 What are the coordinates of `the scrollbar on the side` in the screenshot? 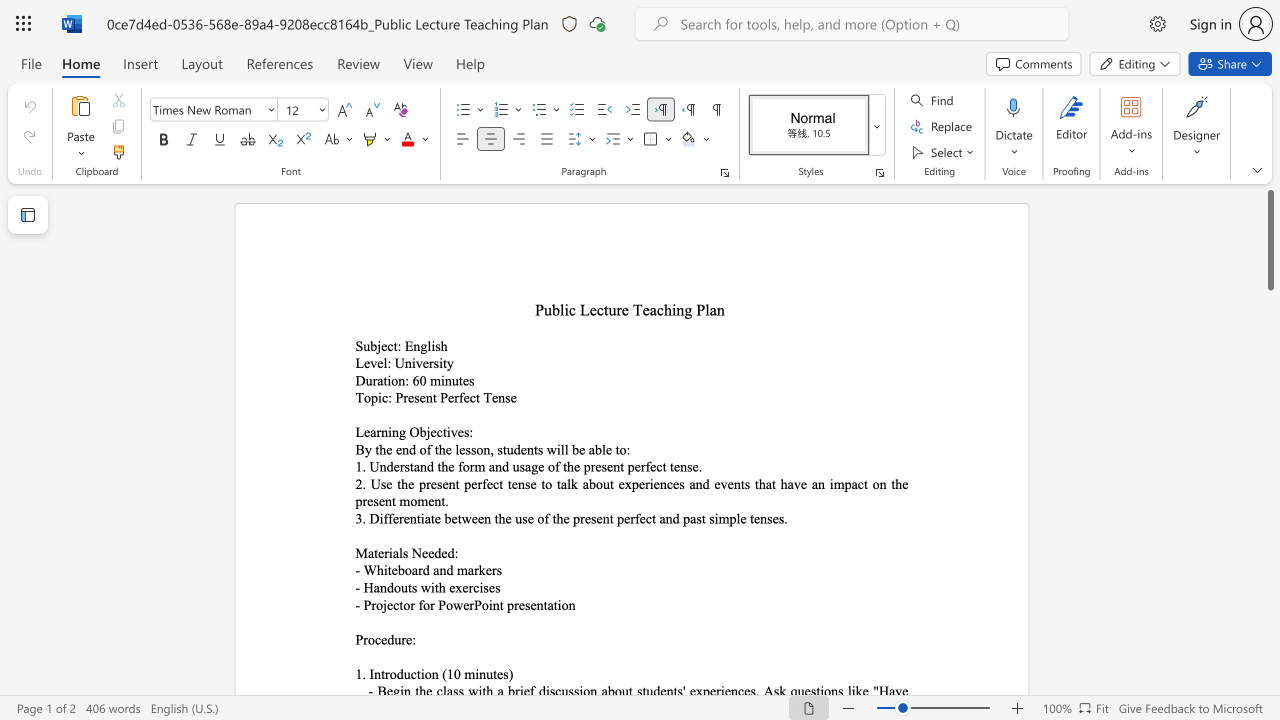 It's located at (1269, 508).